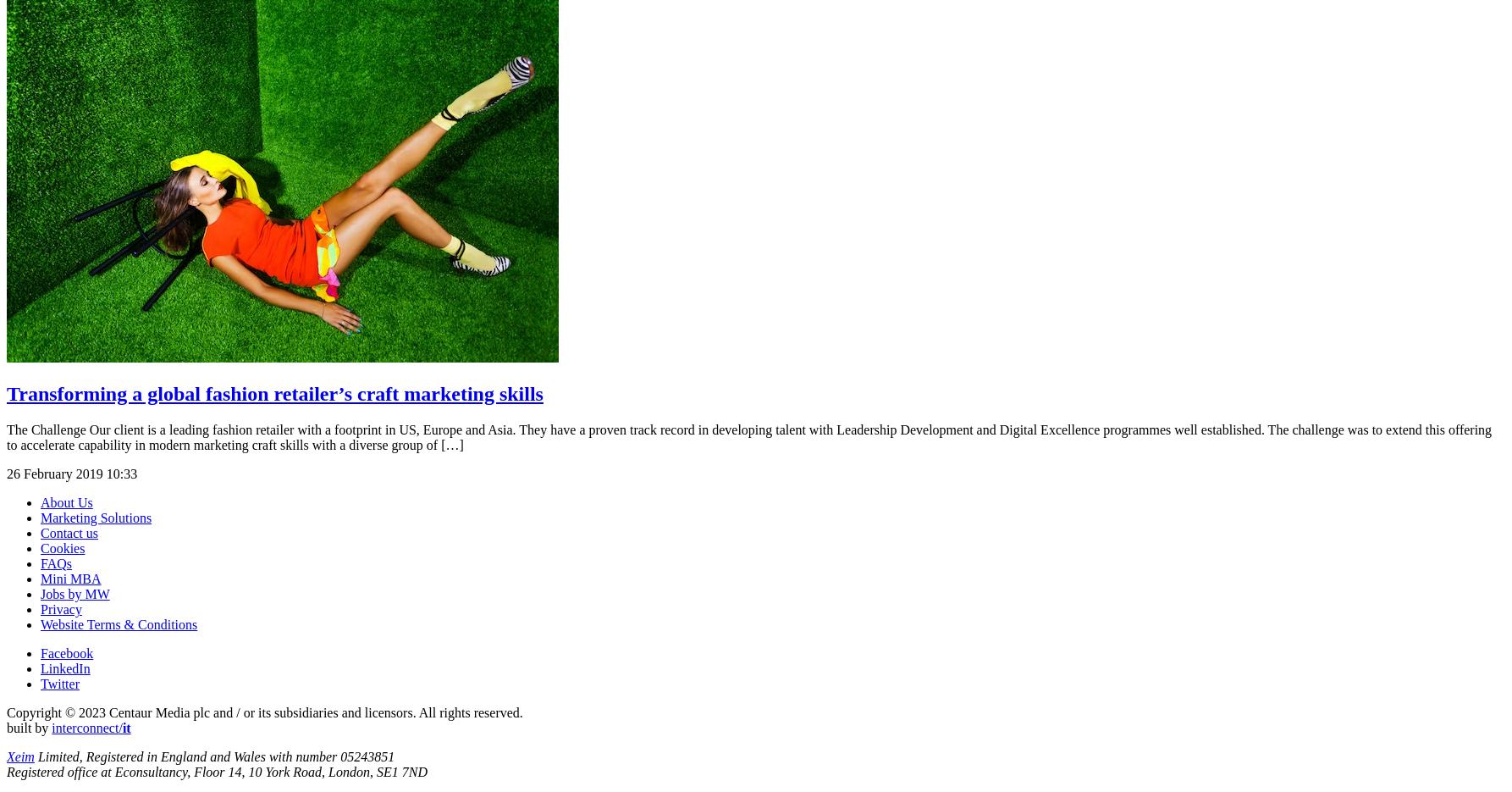  Describe the element at coordinates (64, 667) in the screenshot. I see `'LinkedIn'` at that location.